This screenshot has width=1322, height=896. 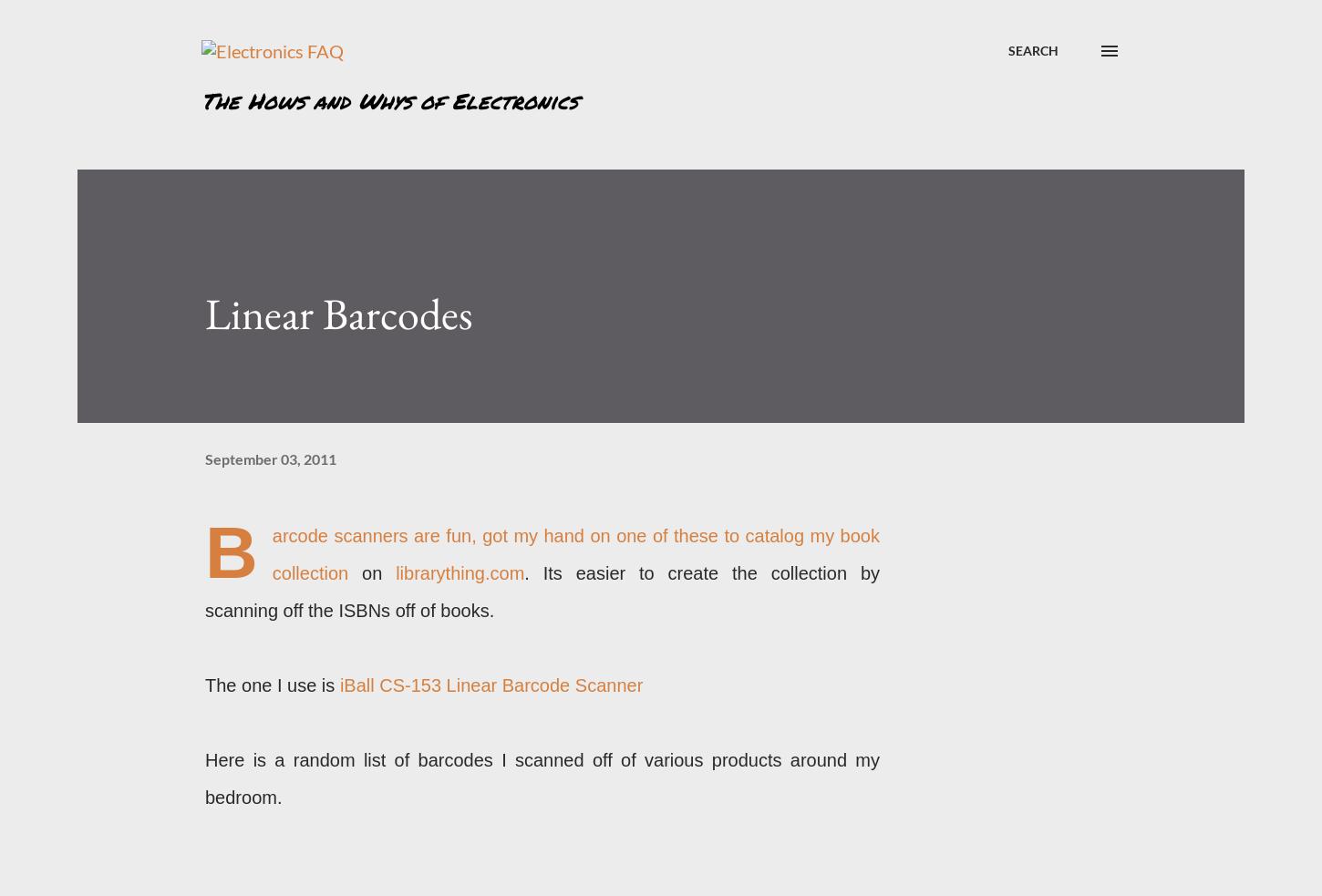 What do you see at coordinates (271, 554) in the screenshot?
I see `'my book collection'` at bounding box center [271, 554].